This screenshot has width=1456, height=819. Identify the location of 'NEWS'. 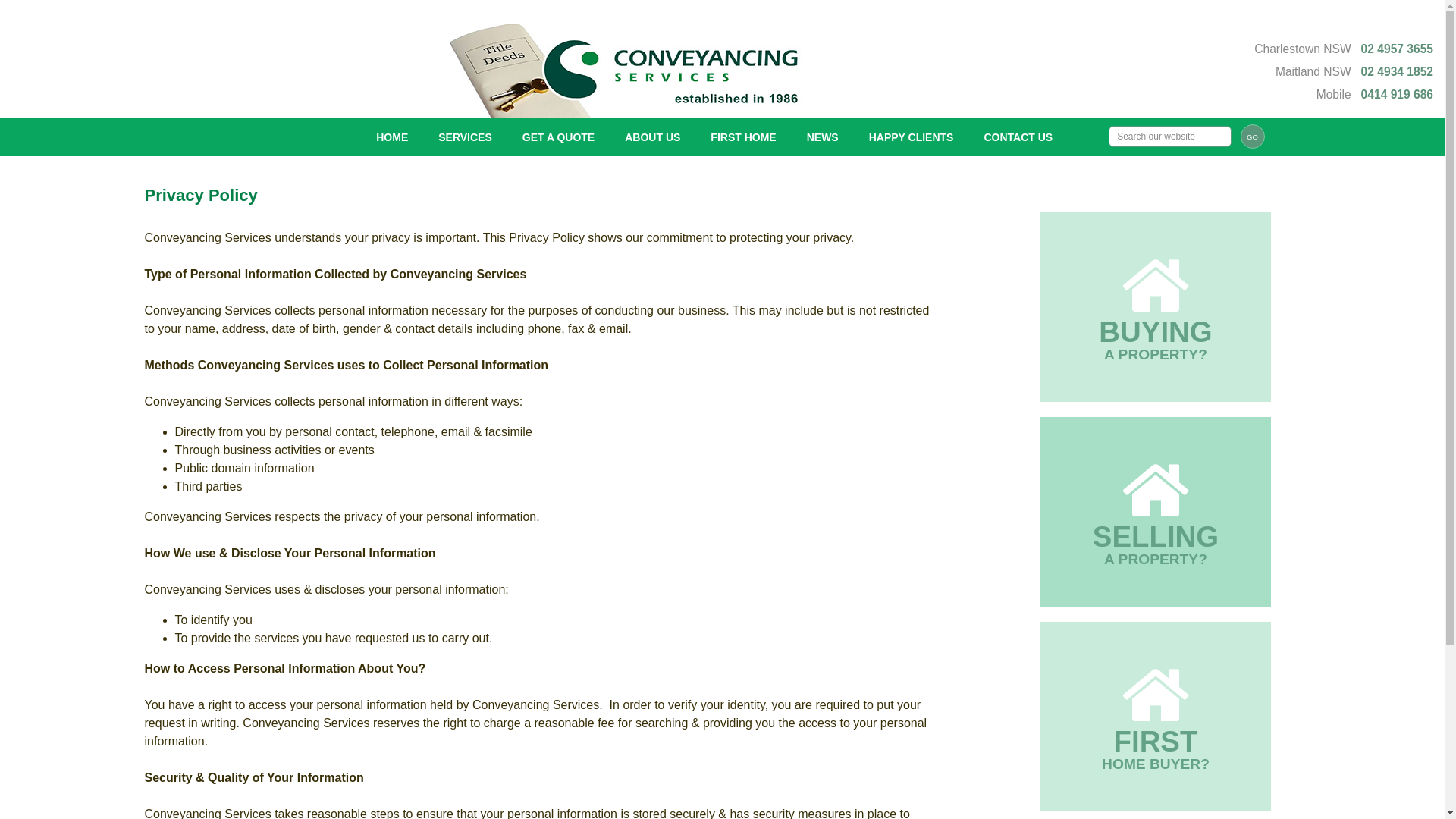
(790, 137).